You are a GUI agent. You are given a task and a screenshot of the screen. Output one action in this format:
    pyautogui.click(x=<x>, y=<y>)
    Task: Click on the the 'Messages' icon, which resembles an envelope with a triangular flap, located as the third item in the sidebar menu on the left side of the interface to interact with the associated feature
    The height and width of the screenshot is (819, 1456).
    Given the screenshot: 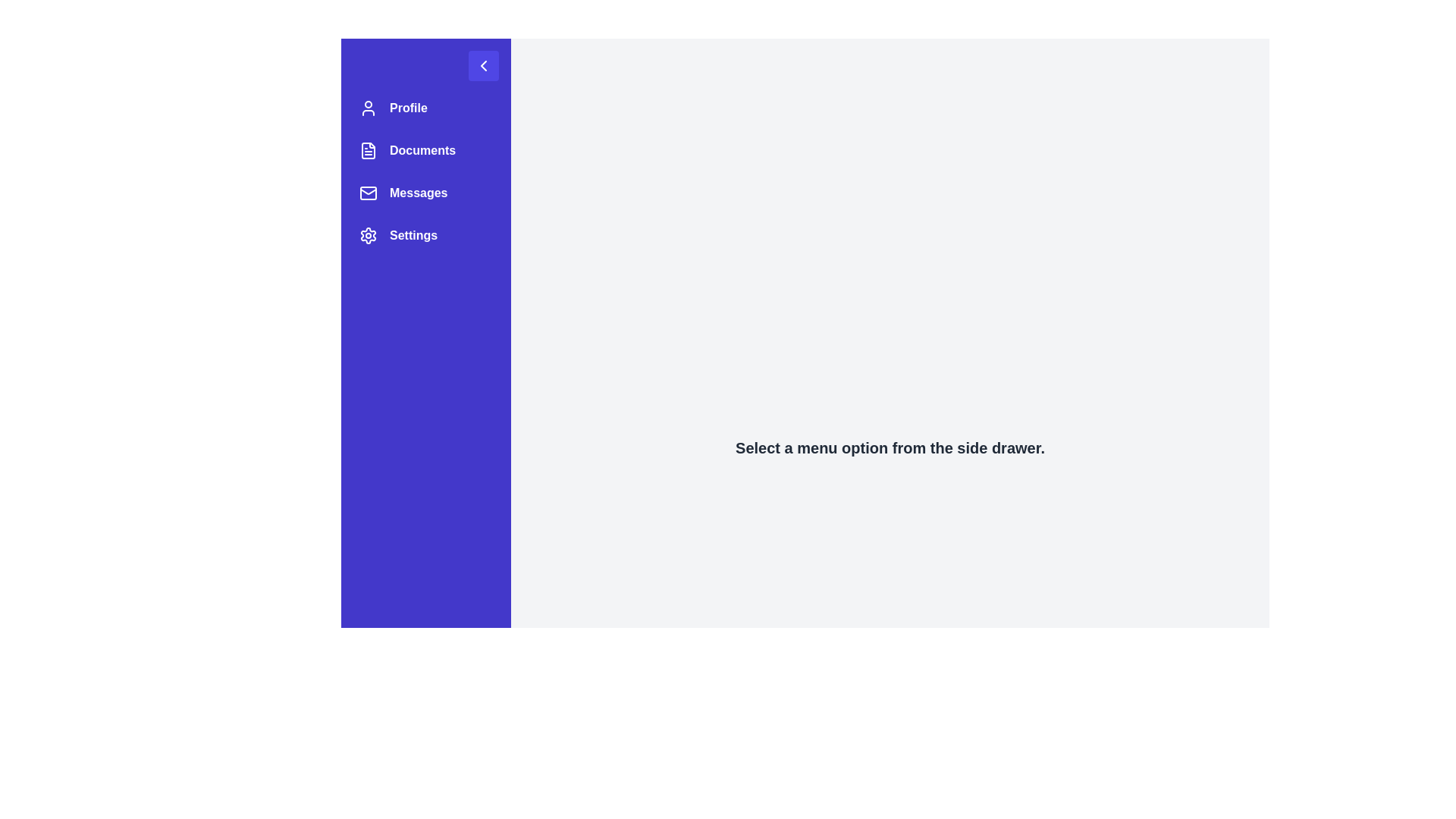 What is the action you would take?
    pyautogui.click(x=368, y=190)
    